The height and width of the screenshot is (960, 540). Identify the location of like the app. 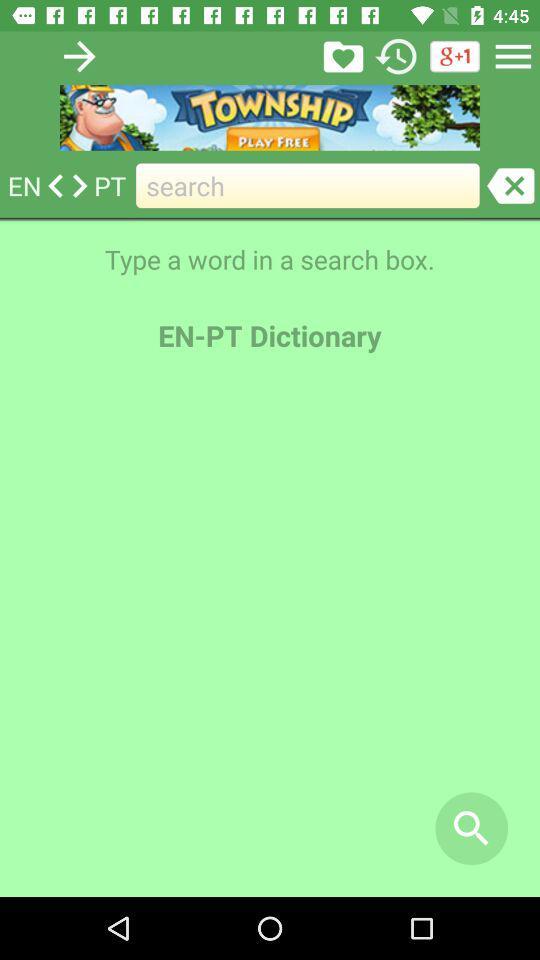
(342, 55).